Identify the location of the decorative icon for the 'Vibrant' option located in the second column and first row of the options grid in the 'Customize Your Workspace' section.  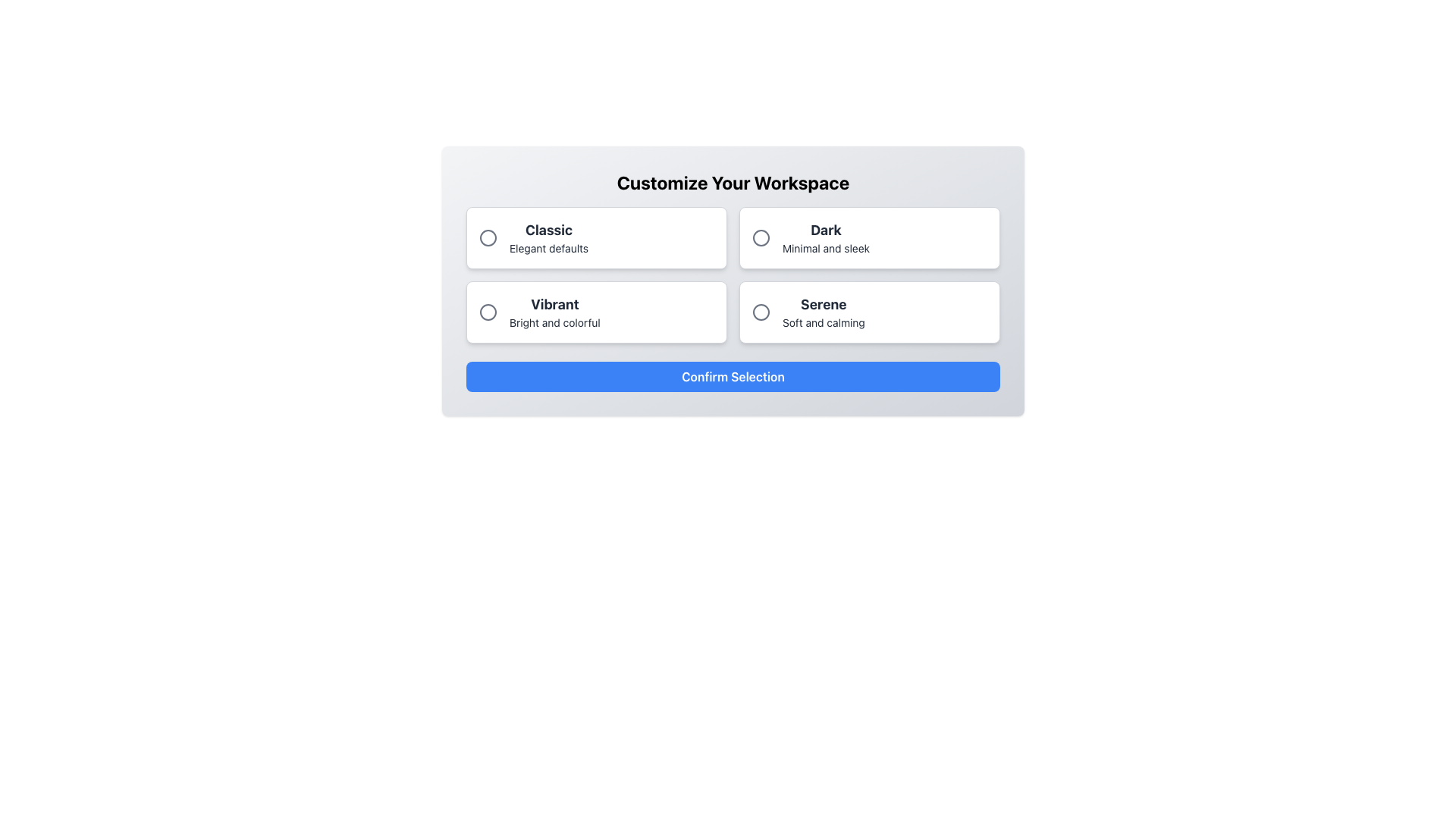
(488, 312).